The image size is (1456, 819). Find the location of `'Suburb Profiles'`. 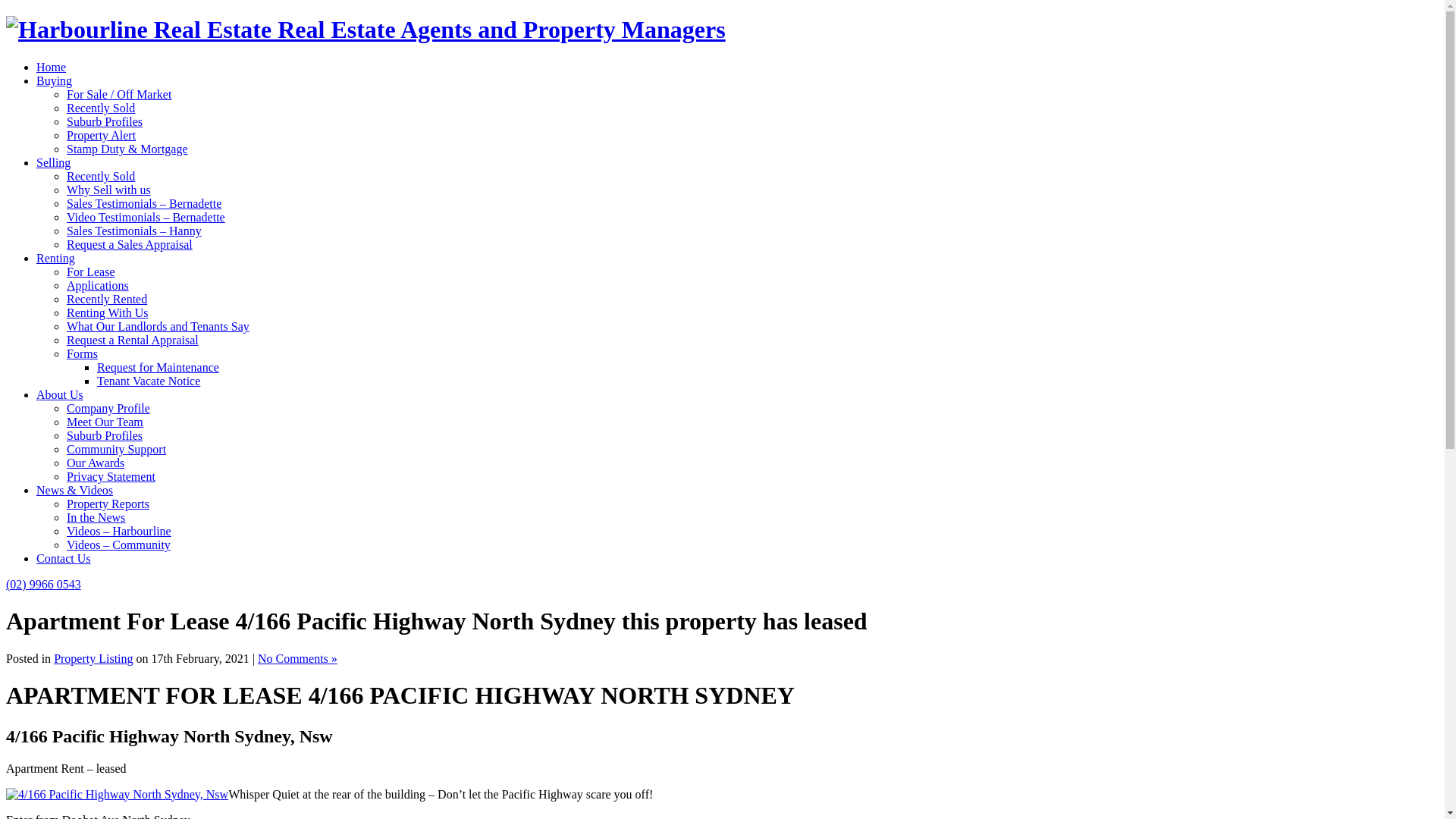

'Suburb Profiles' is located at coordinates (104, 435).